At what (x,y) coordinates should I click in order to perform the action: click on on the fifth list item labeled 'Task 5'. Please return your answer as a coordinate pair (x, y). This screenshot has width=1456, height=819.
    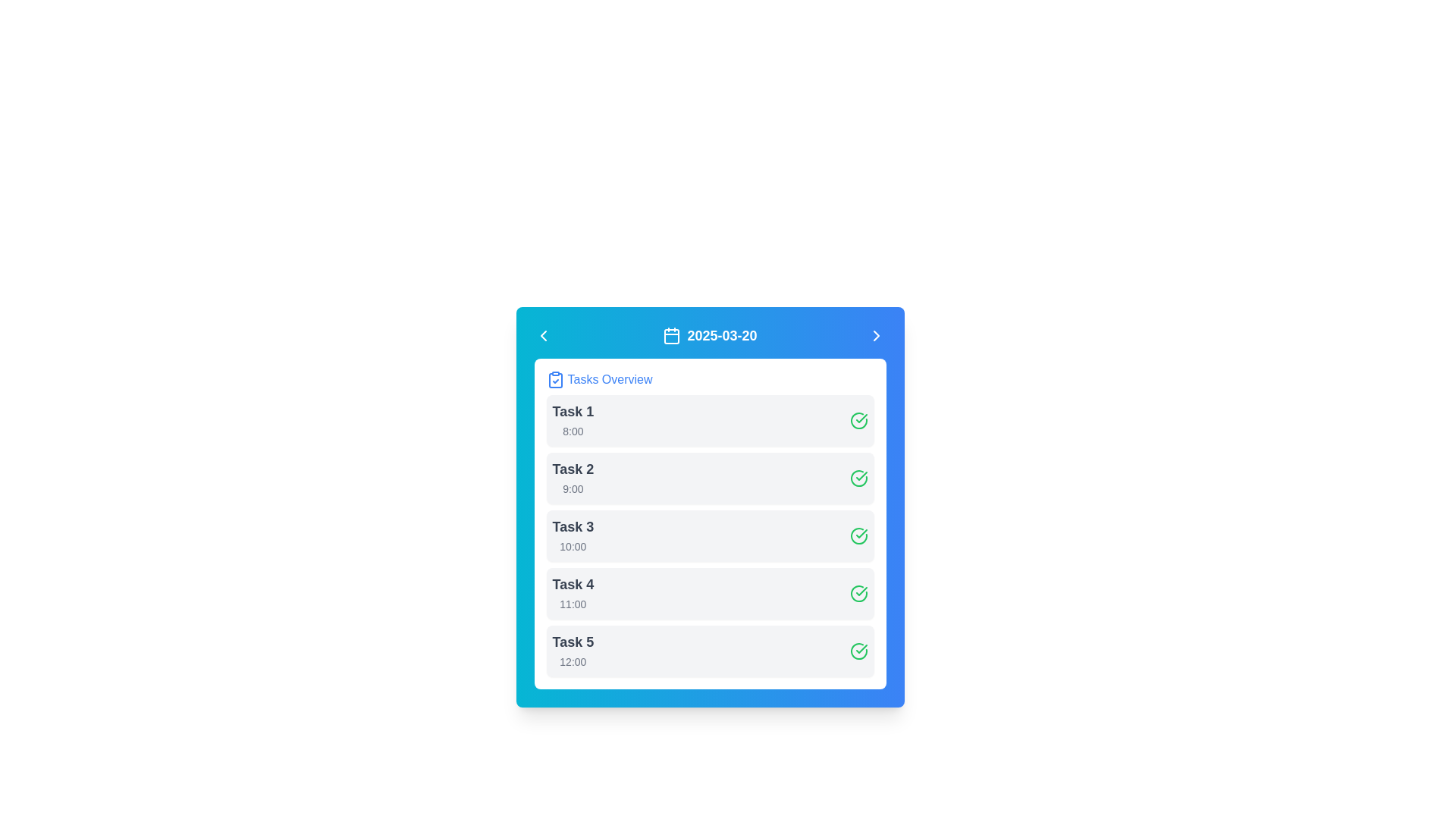
    Looking at the image, I should click on (709, 651).